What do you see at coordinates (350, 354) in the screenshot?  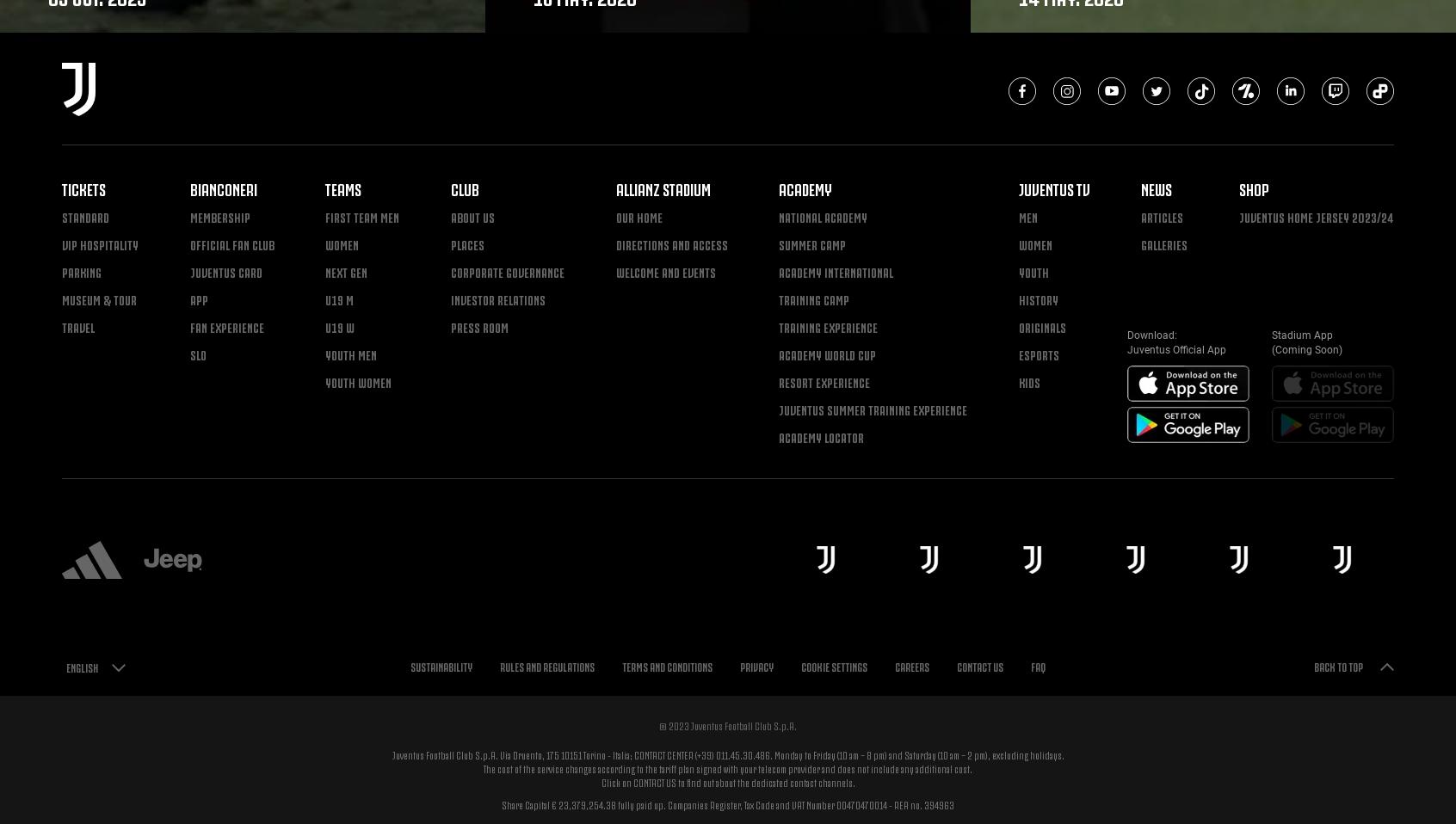 I see `'Youth Men'` at bounding box center [350, 354].